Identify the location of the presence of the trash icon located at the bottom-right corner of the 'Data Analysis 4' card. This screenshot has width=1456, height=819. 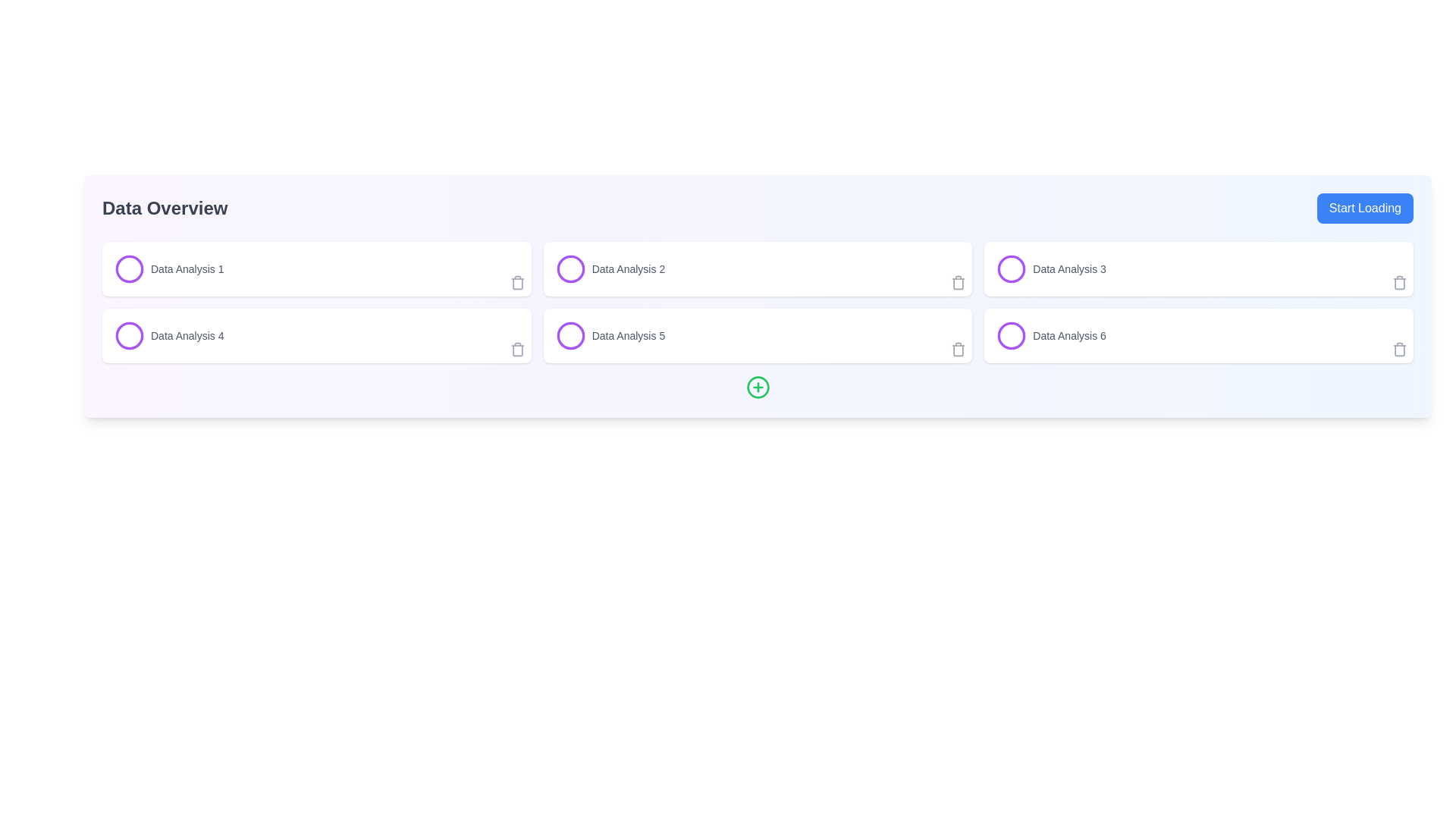
(517, 350).